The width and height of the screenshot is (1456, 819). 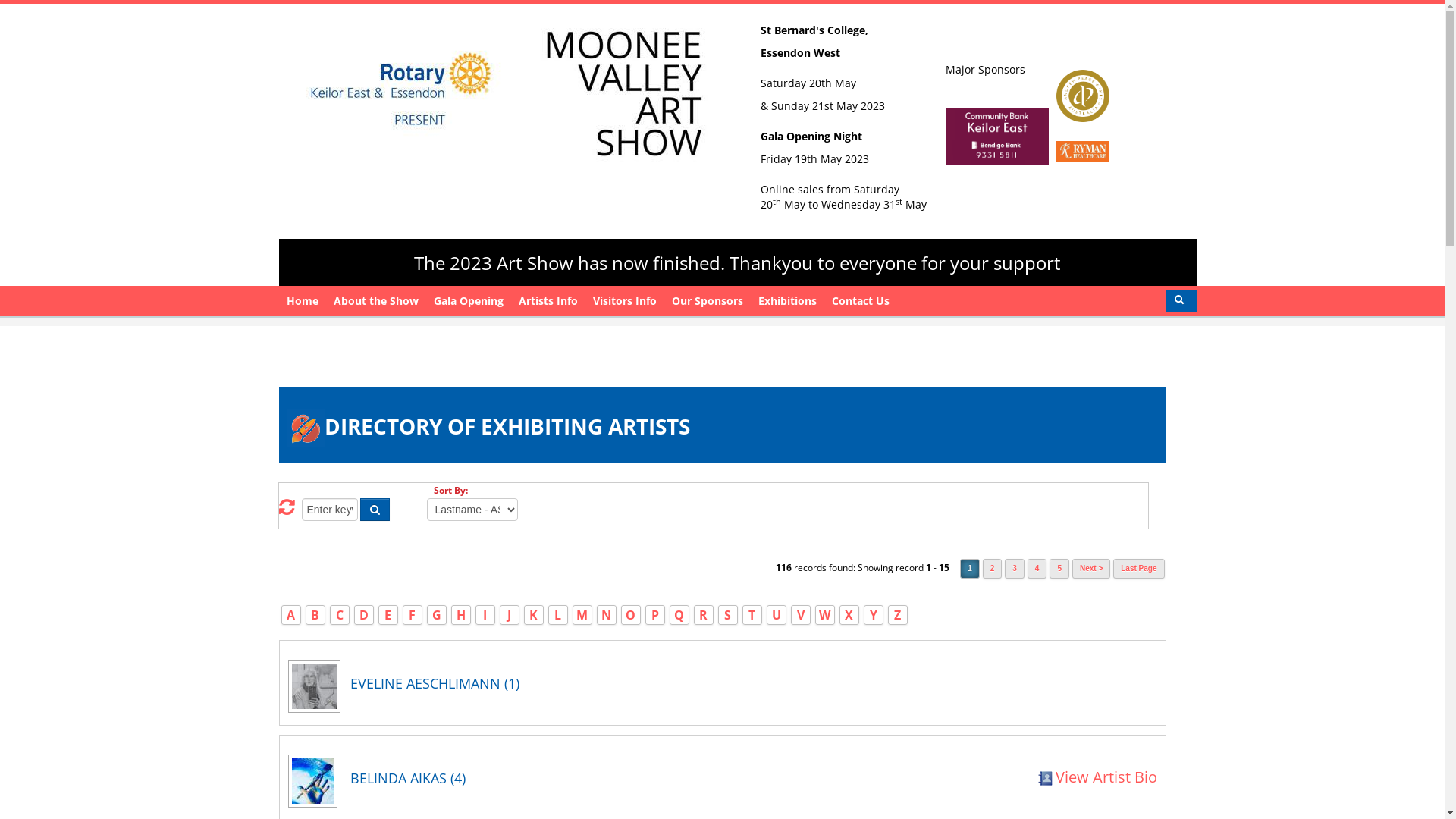 What do you see at coordinates (314, 614) in the screenshot?
I see `'B'` at bounding box center [314, 614].